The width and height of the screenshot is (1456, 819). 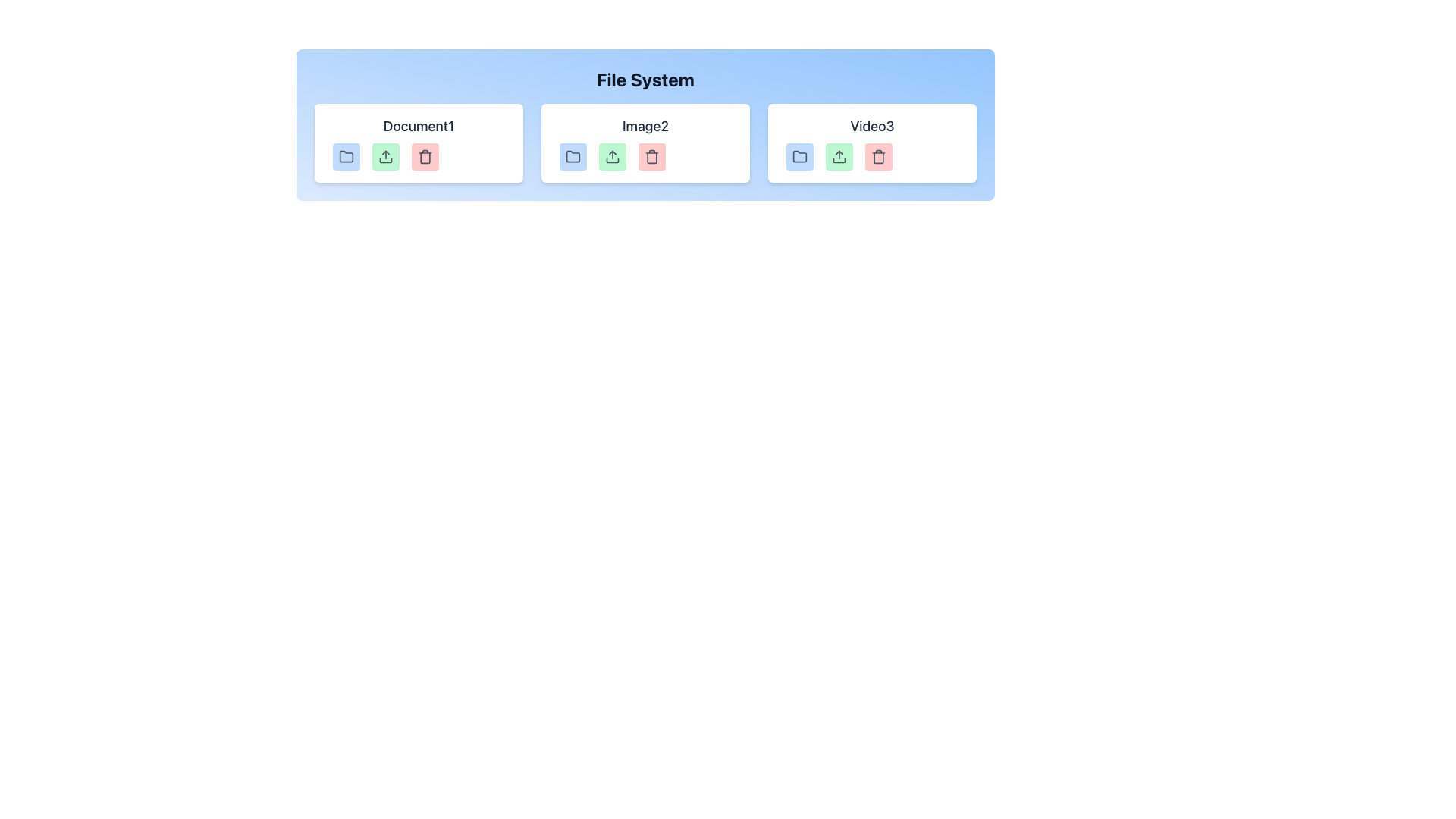 What do you see at coordinates (645, 125) in the screenshot?
I see `the Text Label displaying 'Image2' which is centered in a white card under the 'File System' heading` at bounding box center [645, 125].